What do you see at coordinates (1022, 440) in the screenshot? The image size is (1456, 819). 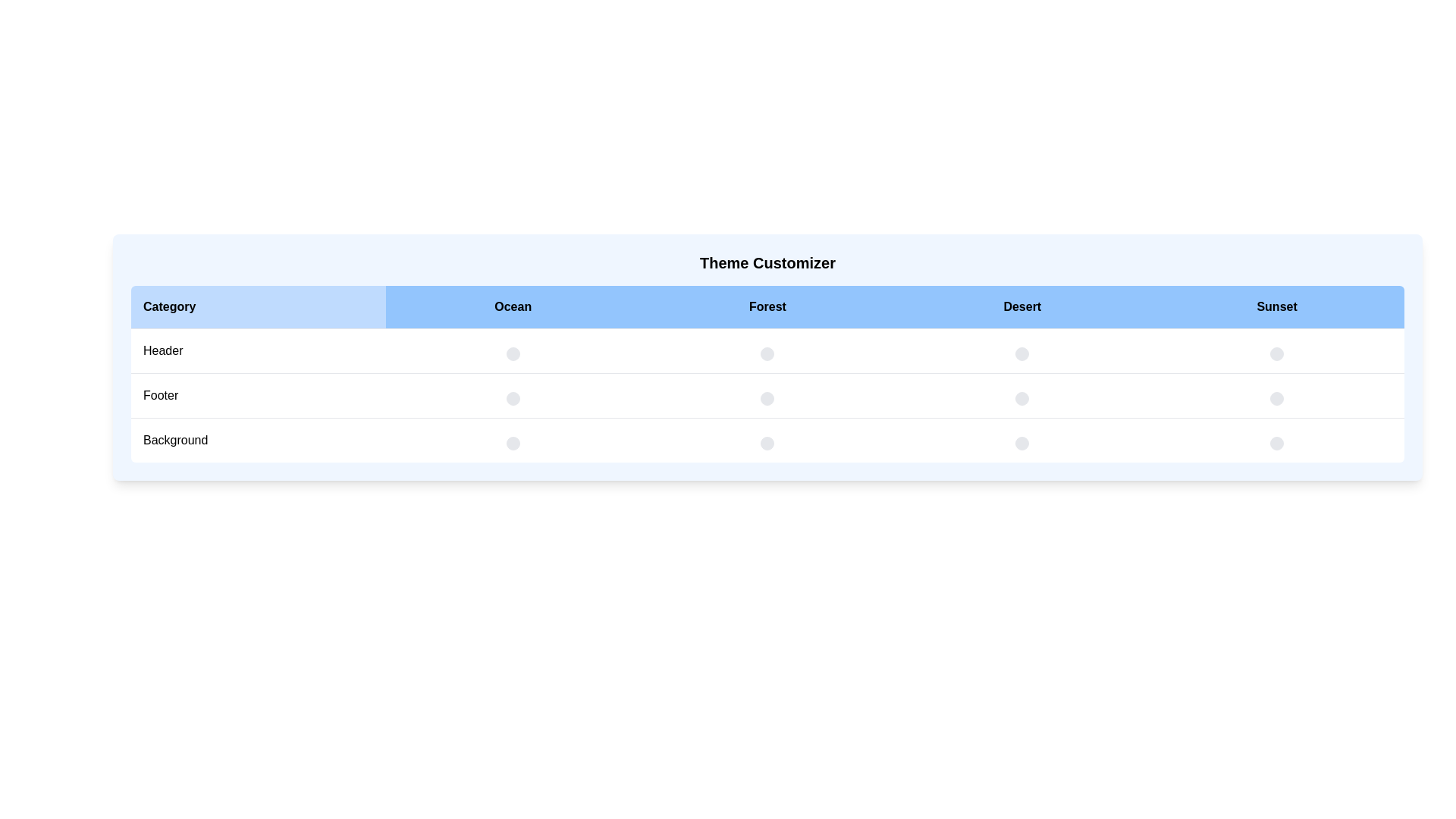 I see `the light gray circular button with a darker border located in the third row and fourth column of the Theme Customizer grid layout` at bounding box center [1022, 440].